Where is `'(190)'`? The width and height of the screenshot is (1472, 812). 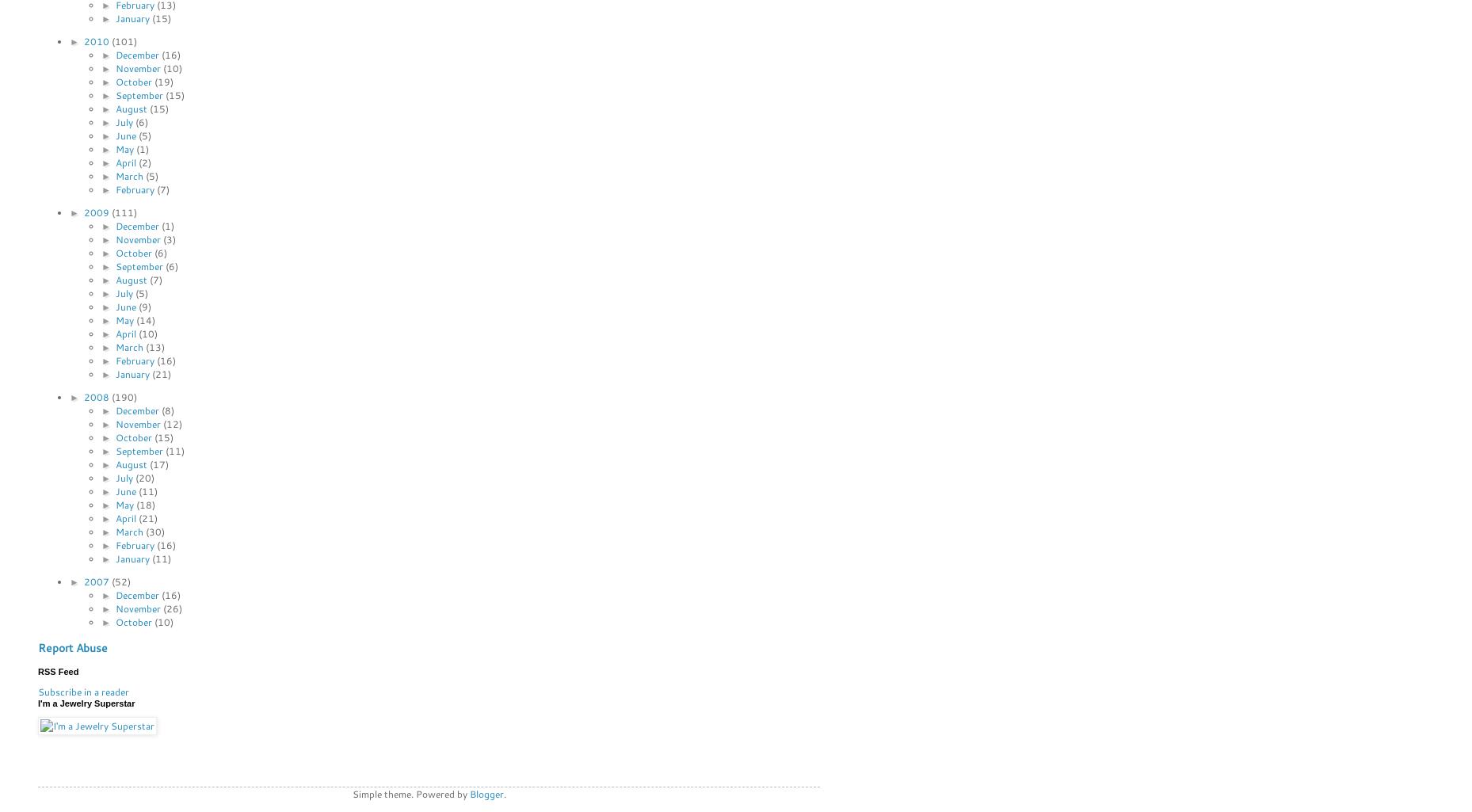
'(190)' is located at coordinates (110, 396).